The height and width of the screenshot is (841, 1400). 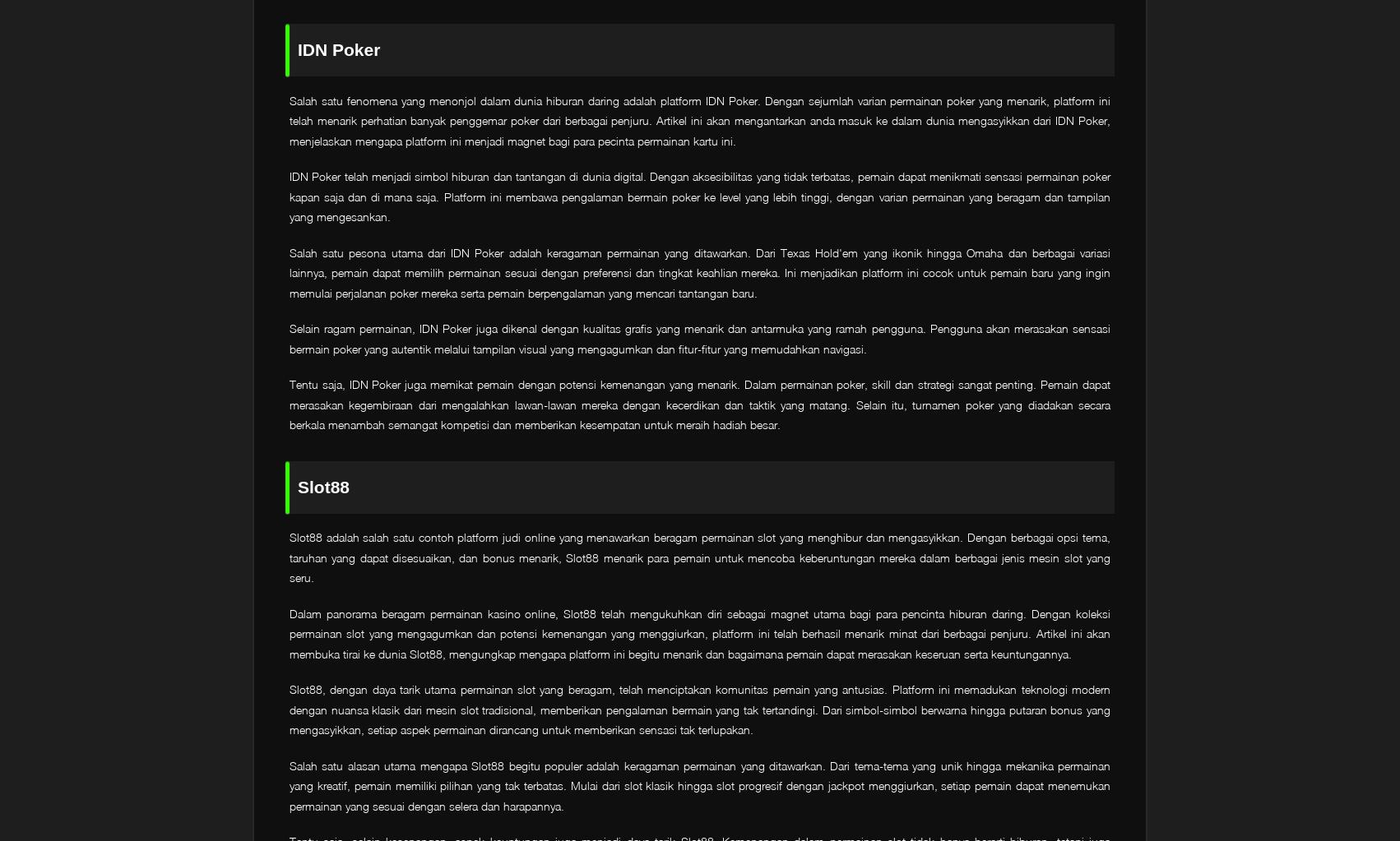 I want to click on 'Slot88, dengan daya tarik utama permainan slot yang beragam, telah menciptakan komunitas pemain yang antusias. Platform ini memadukan teknologi modern dengan nuansa klasik dari mesin slot tradisional, memberikan pengalaman bermain yang tak tertandingi. Dari simbol-simbol berwarna hingga putaran bonus yang mengasyikkan, setiap aspek permainan dirancang untuk memberikan sensasi tak terlupakan.', so click(x=289, y=709).